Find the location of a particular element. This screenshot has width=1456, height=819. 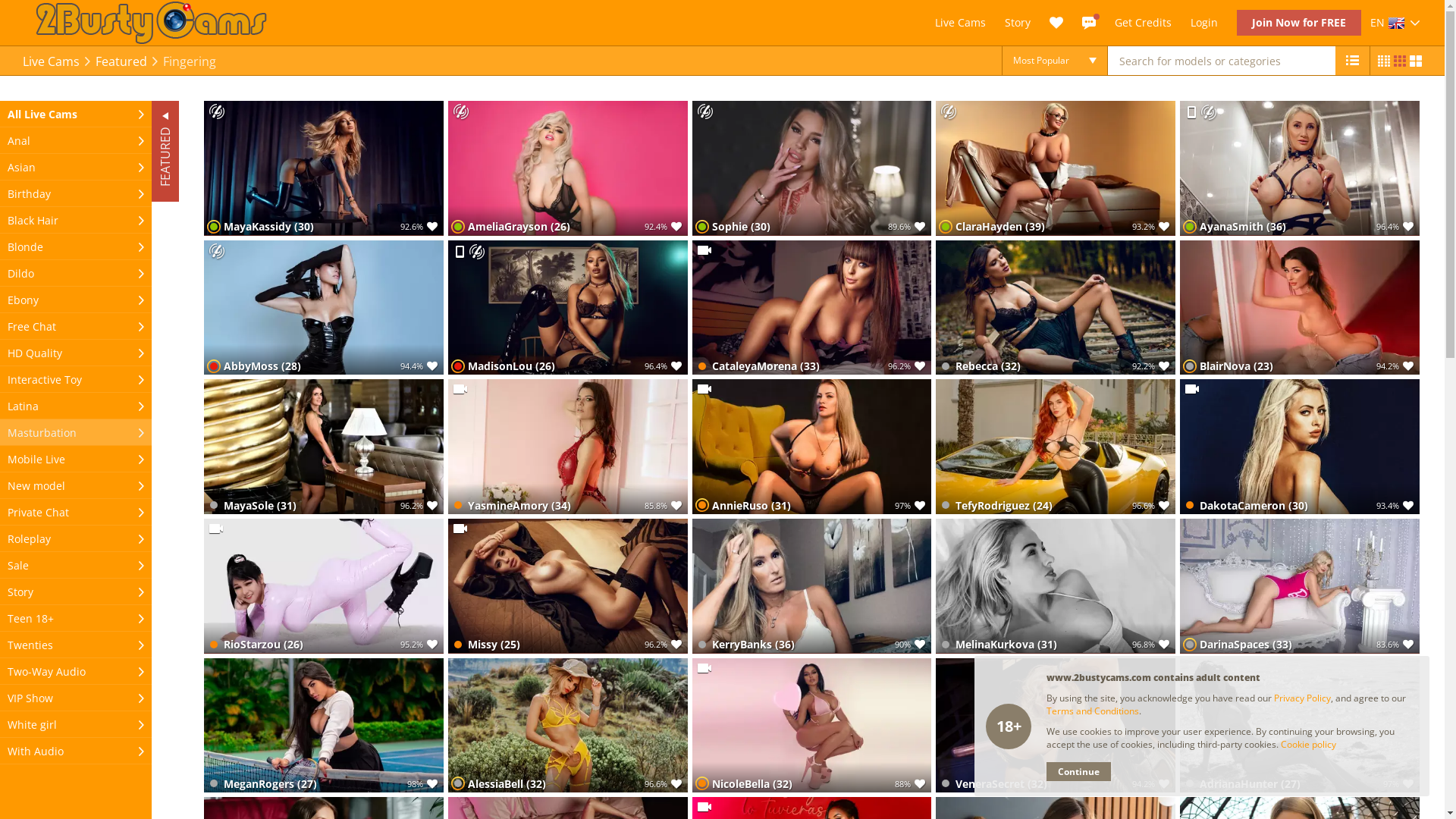

'Missy (25) is located at coordinates (566, 585).